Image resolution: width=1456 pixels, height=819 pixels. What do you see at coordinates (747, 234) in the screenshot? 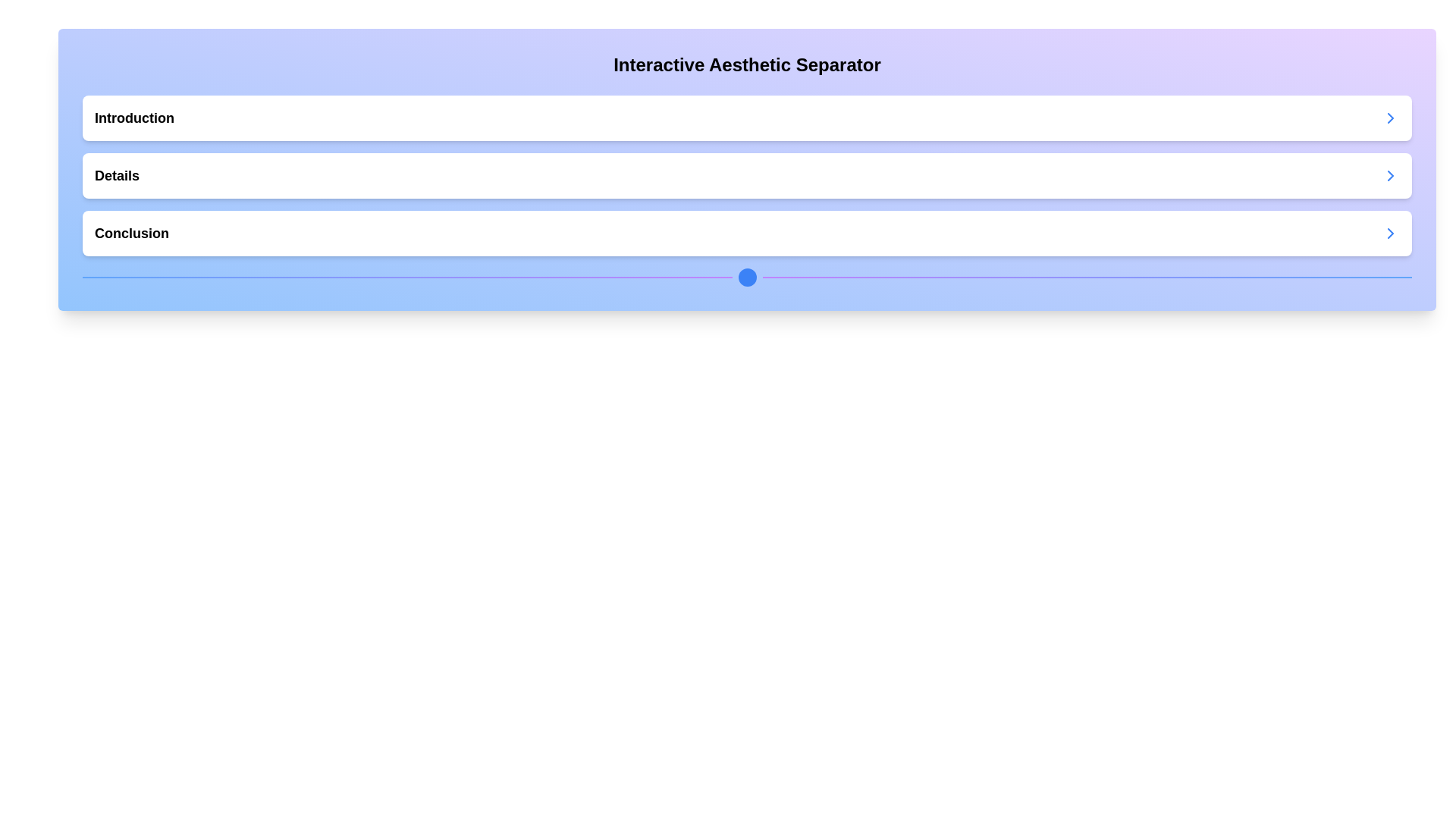
I see `the 'Conclusion' section in the collapsible navigation item` at bounding box center [747, 234].